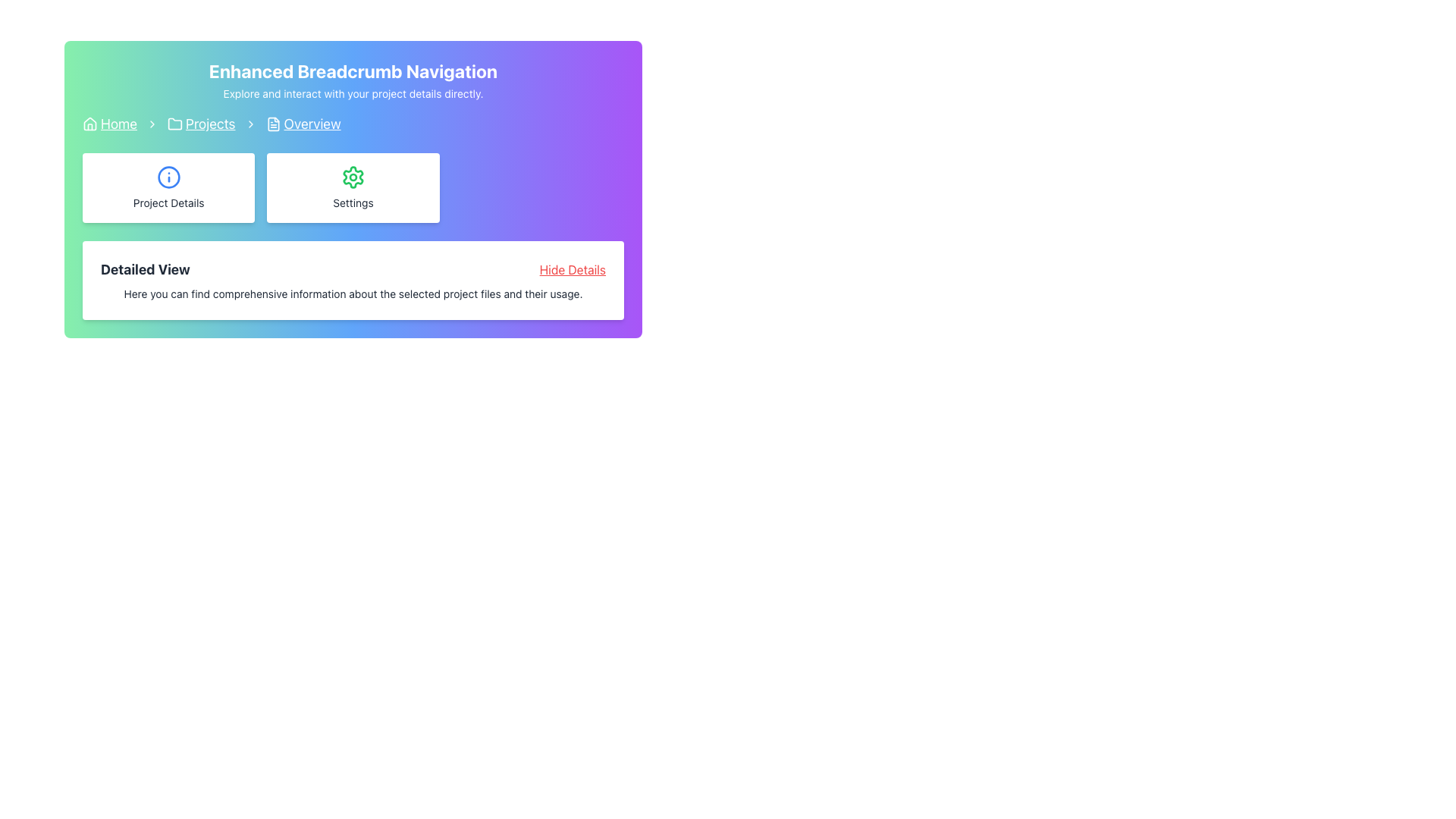 The width and height of the screenshot is (1456, 819). Describe the element at coordinates (312, 124) in the screenshot. I see `the fourth hyperlink in the breadcrumb navigation bar, which follows the 'Projects' link and document icon` at that location.